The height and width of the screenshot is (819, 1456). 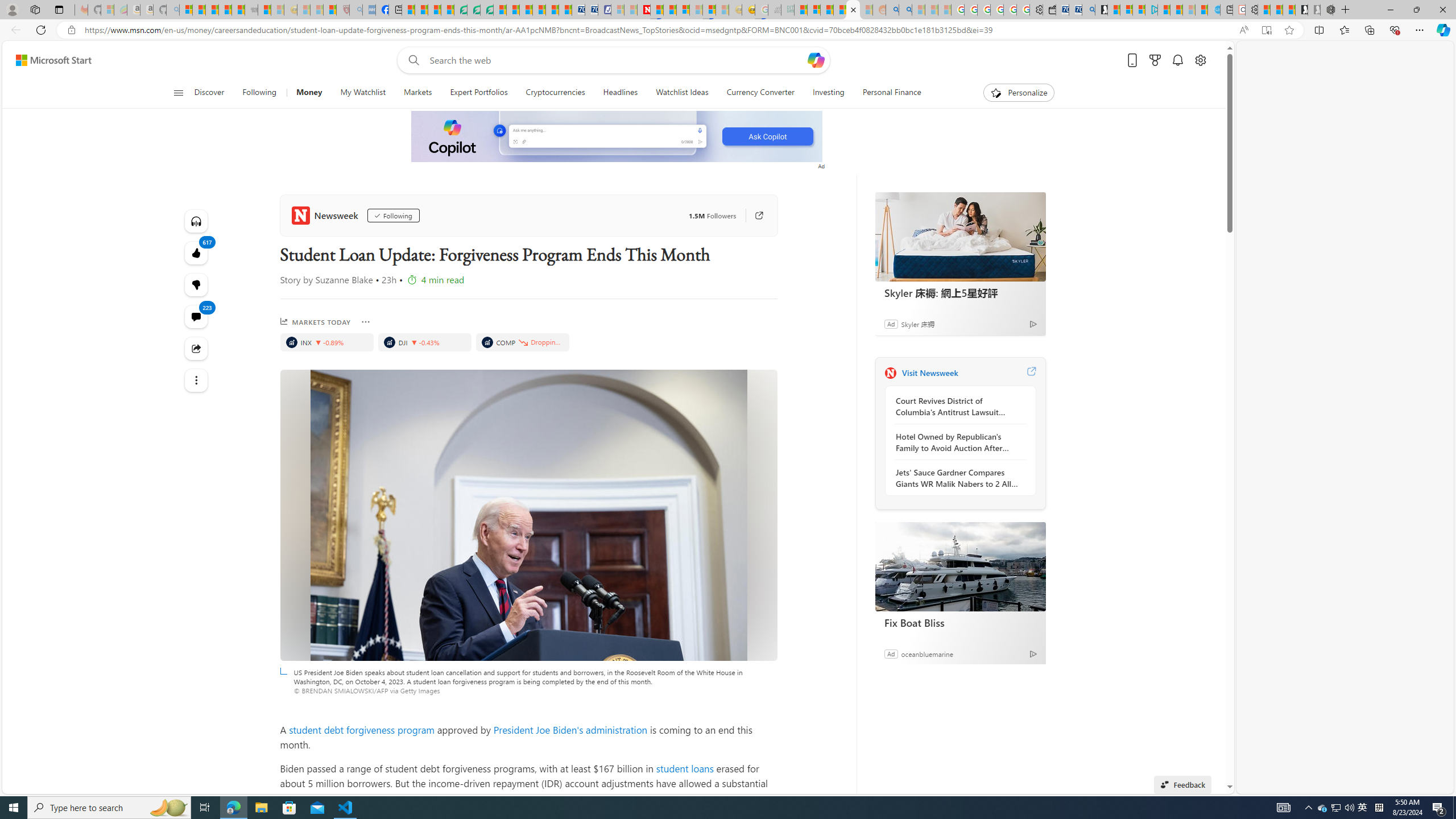 I want to click on 'MSNBC - MSN', so click(x=800, y=9).